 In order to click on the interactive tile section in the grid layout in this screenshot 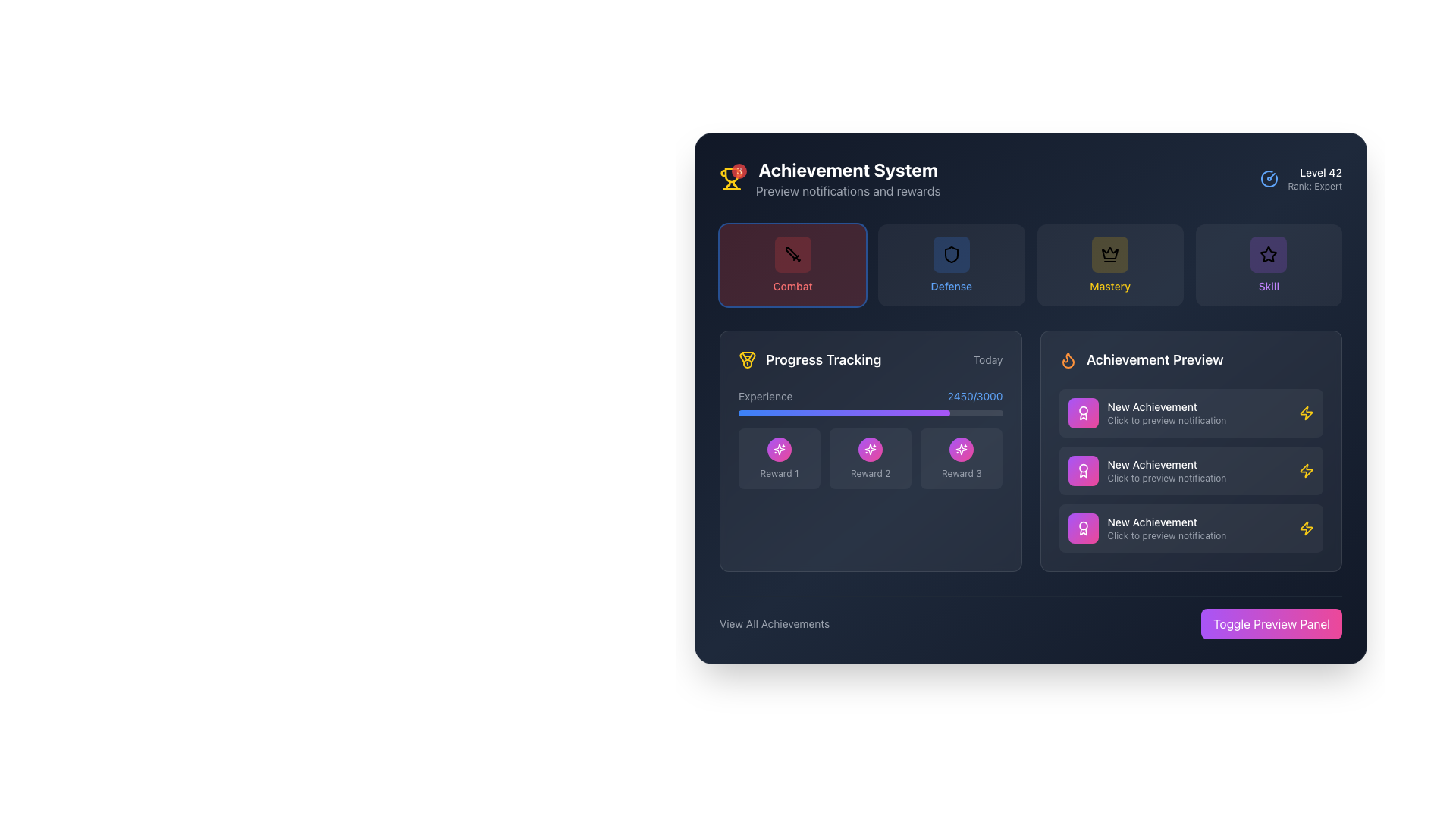, I will do `click(1031, 265)`.